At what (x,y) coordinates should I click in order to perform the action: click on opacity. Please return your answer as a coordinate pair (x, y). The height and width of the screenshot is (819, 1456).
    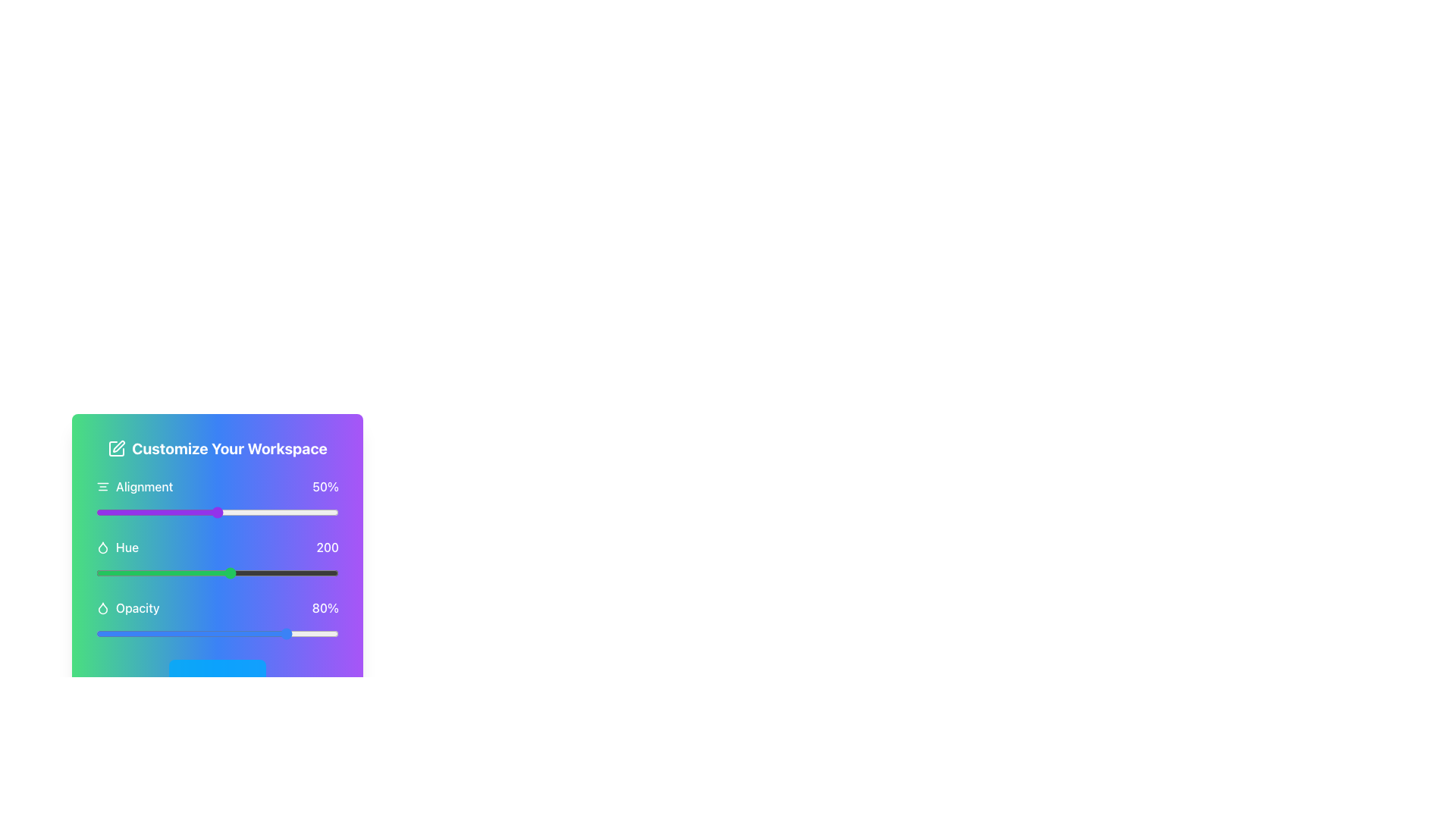
    Looking at the image, I should click on (236, 634).